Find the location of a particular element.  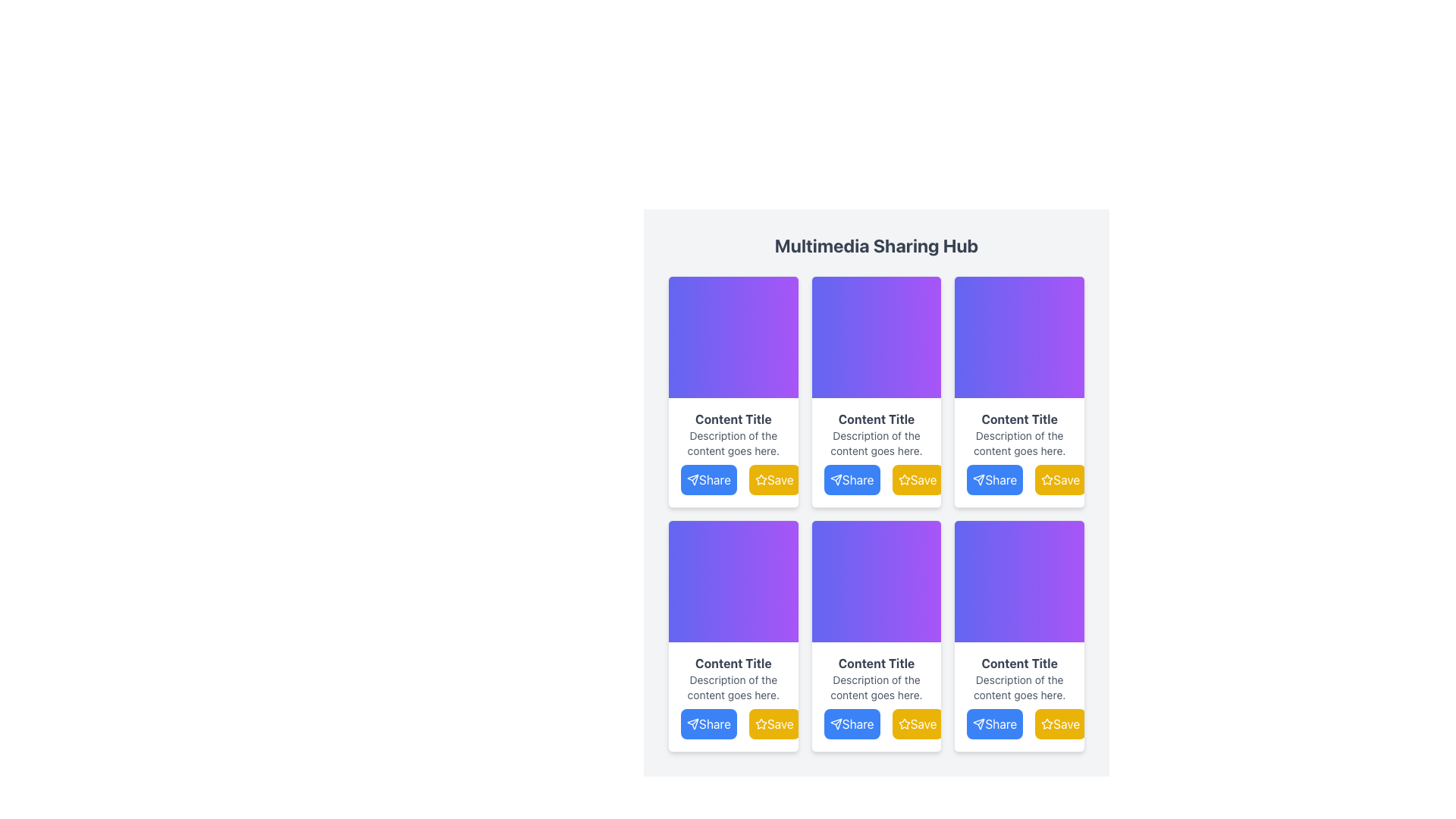

the decorative gradient banner located at the top of the fourth card in the grid layout is located at coordinates (733, 581).